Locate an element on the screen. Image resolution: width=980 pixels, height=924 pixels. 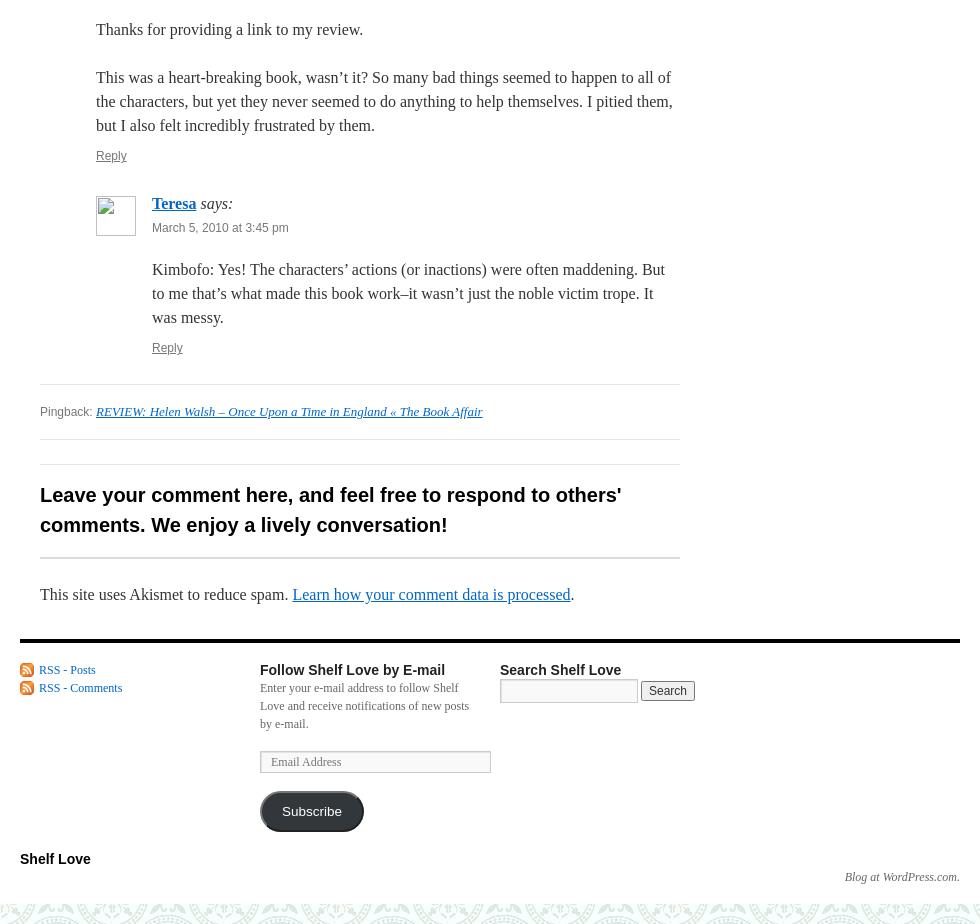
'Subscribe' is located at coordinates (311, 811).